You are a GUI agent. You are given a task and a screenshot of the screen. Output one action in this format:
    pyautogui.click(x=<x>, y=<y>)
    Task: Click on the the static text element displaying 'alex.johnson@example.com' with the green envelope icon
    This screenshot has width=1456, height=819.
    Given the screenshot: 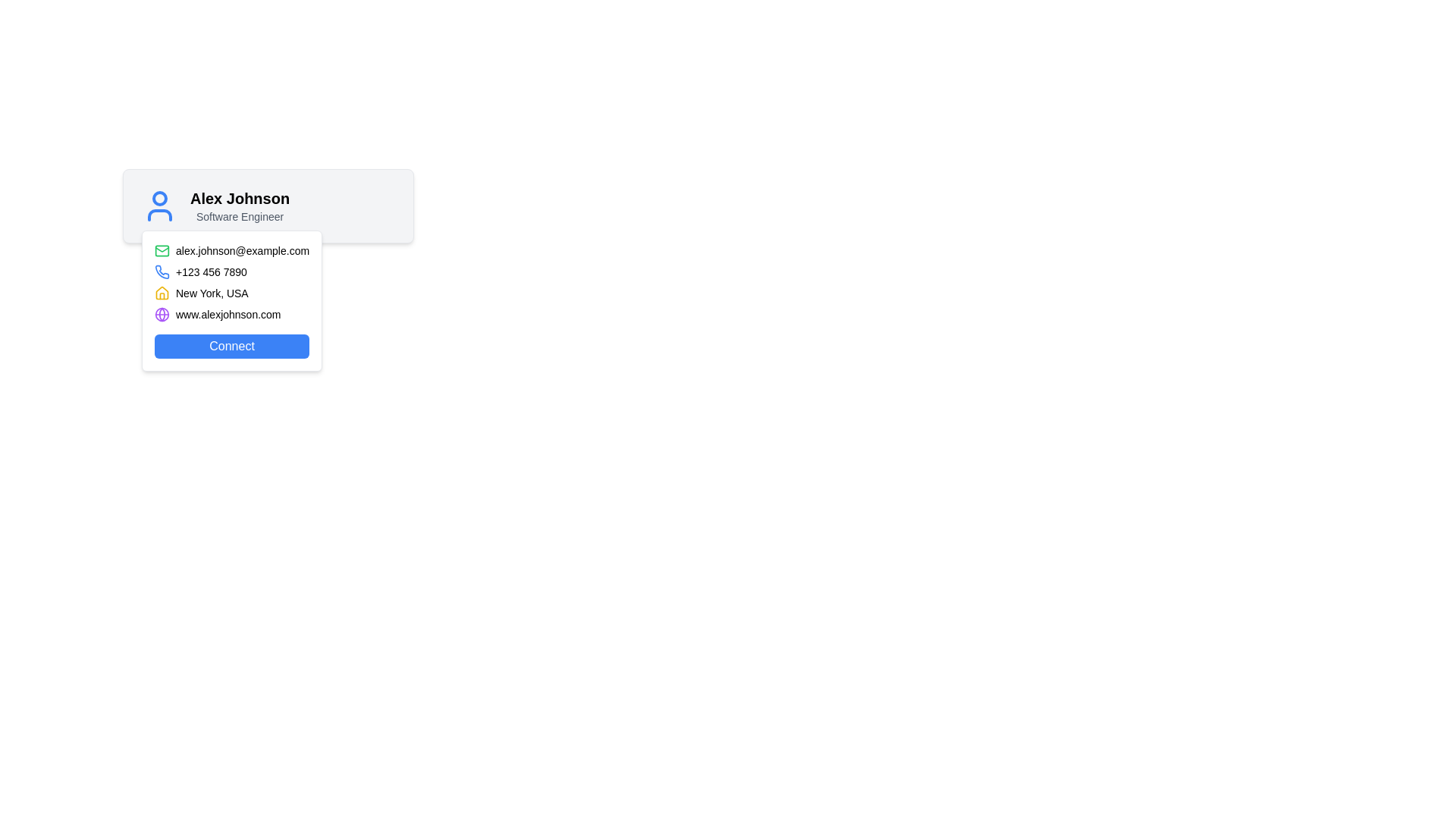 What is the action you would take?
    pyautogui.click(x=231, y=250)
    